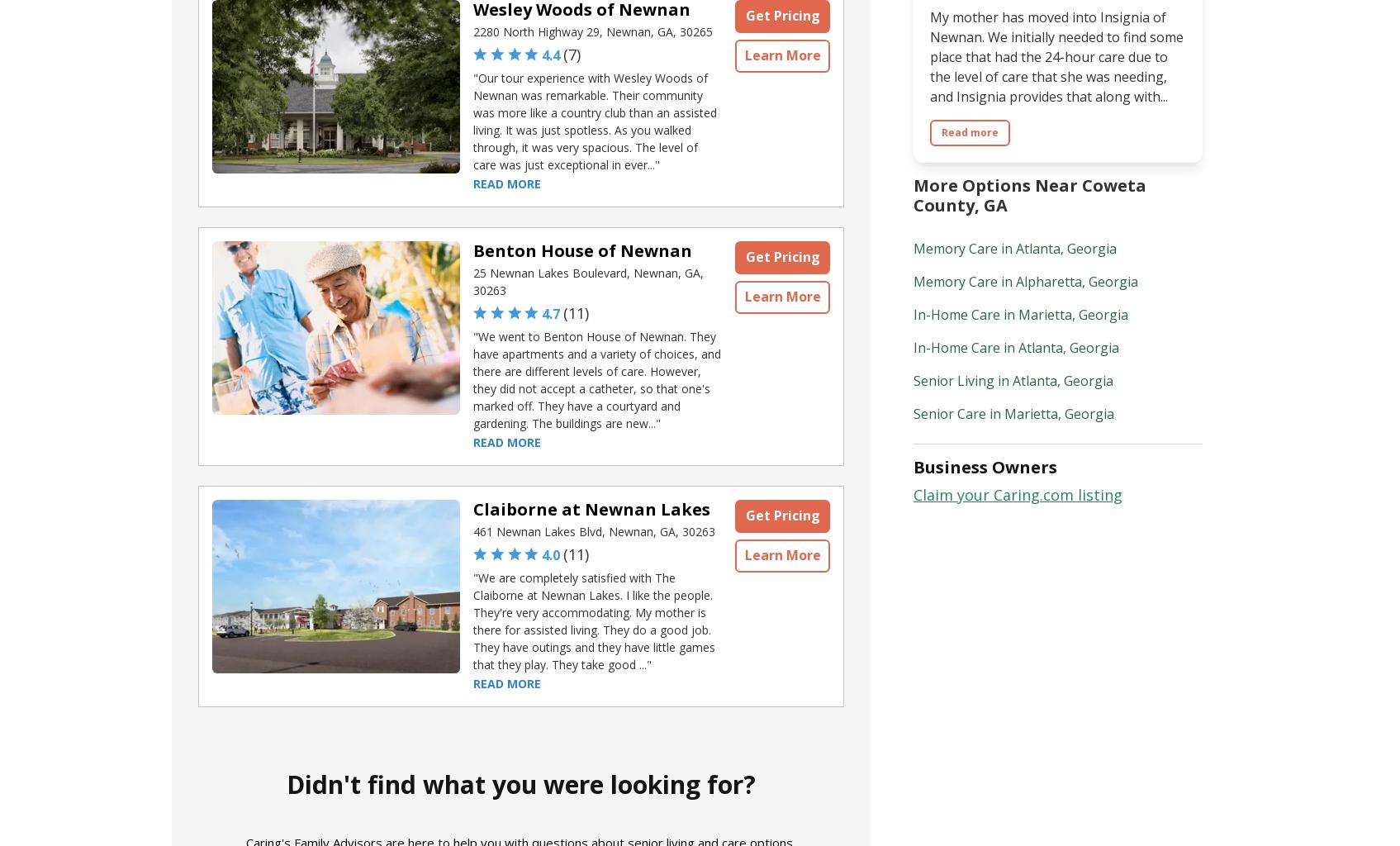  What do you see at coordinates (1029, 193) in the screenshot?
I see `'More Options Near Coweta County, GA'` at bounding box center [1029, 193].